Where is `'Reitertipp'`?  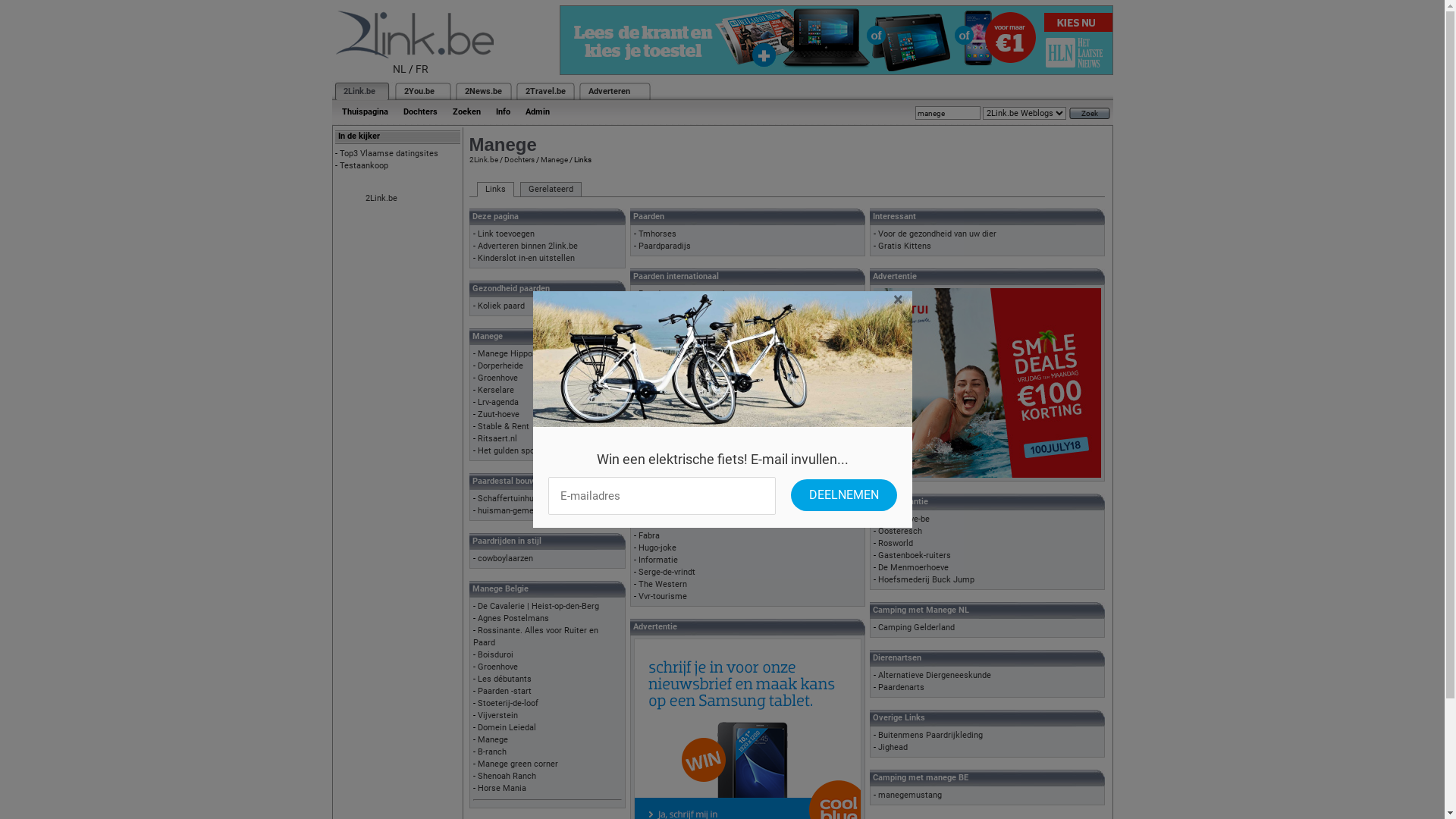
'Reitertipp' is located at coordinates (657, 366).